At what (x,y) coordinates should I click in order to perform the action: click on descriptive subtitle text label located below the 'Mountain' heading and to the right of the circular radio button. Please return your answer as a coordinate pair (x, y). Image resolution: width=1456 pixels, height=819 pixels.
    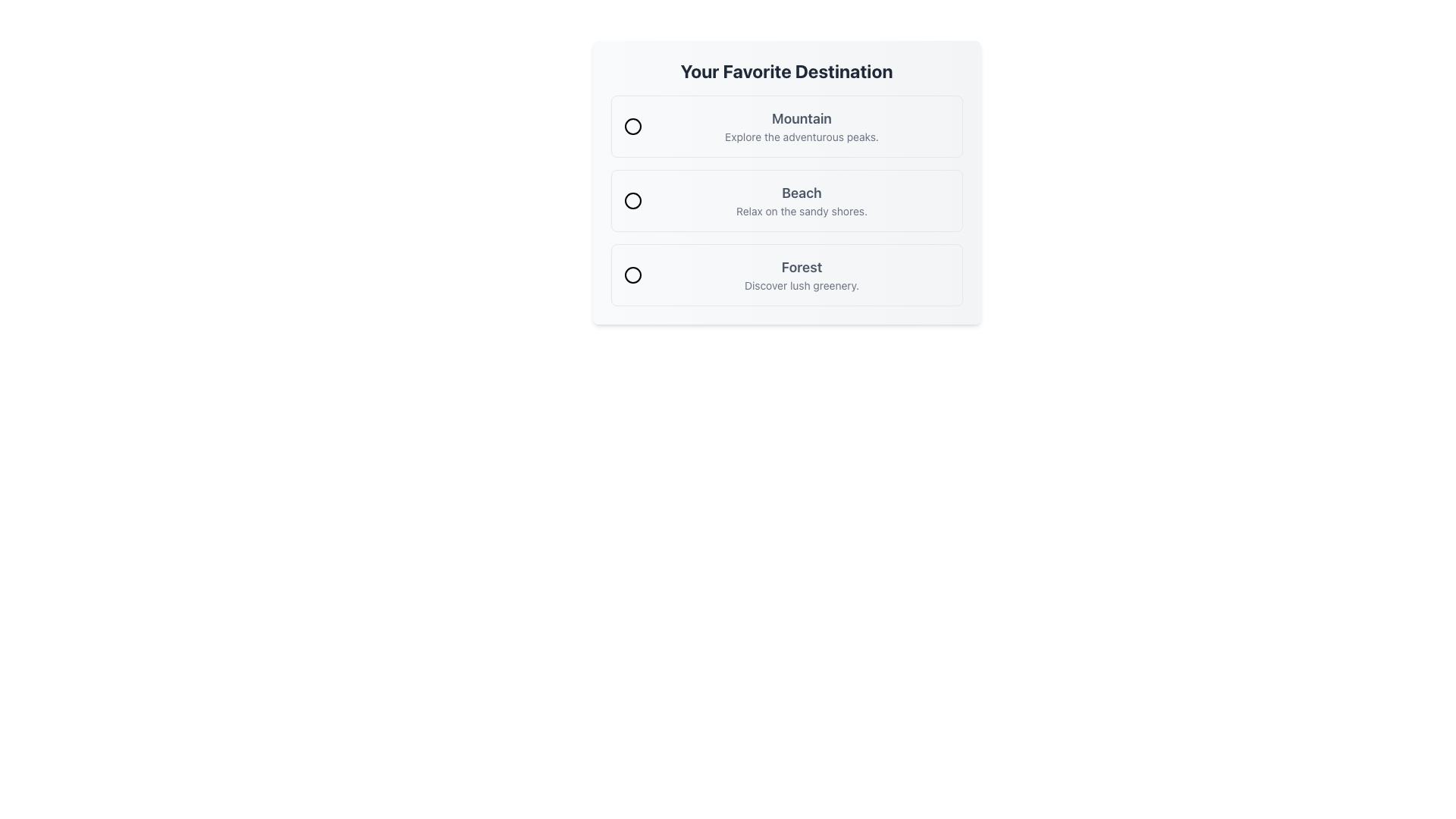
    Looking at the image, I should click on (801, 137).